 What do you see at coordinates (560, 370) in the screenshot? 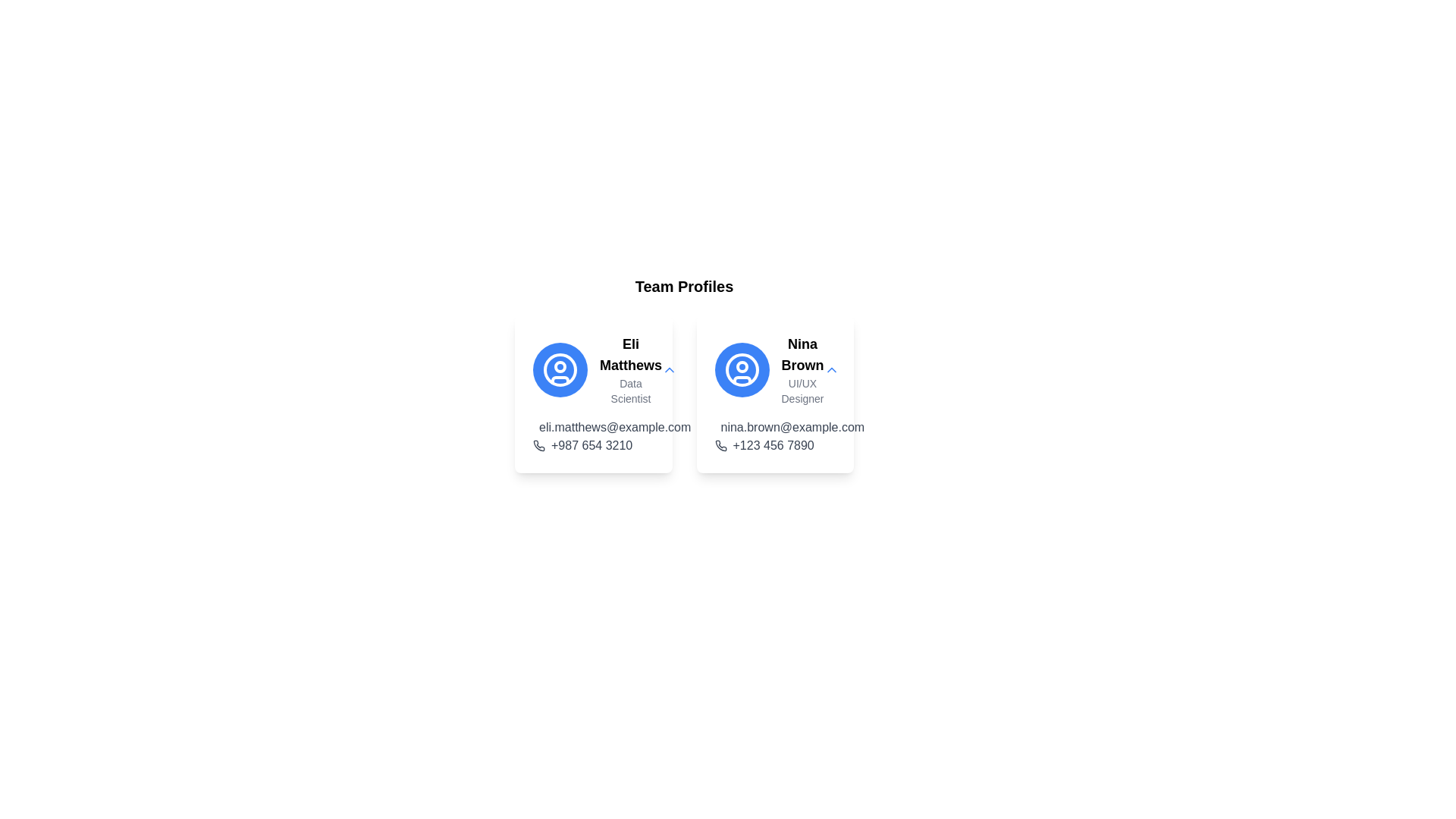
I see `the decorative circular SVG element representing the user's profile for Eli Matthews, located in the profile card above the contact details` at bounding box center [560, 370].